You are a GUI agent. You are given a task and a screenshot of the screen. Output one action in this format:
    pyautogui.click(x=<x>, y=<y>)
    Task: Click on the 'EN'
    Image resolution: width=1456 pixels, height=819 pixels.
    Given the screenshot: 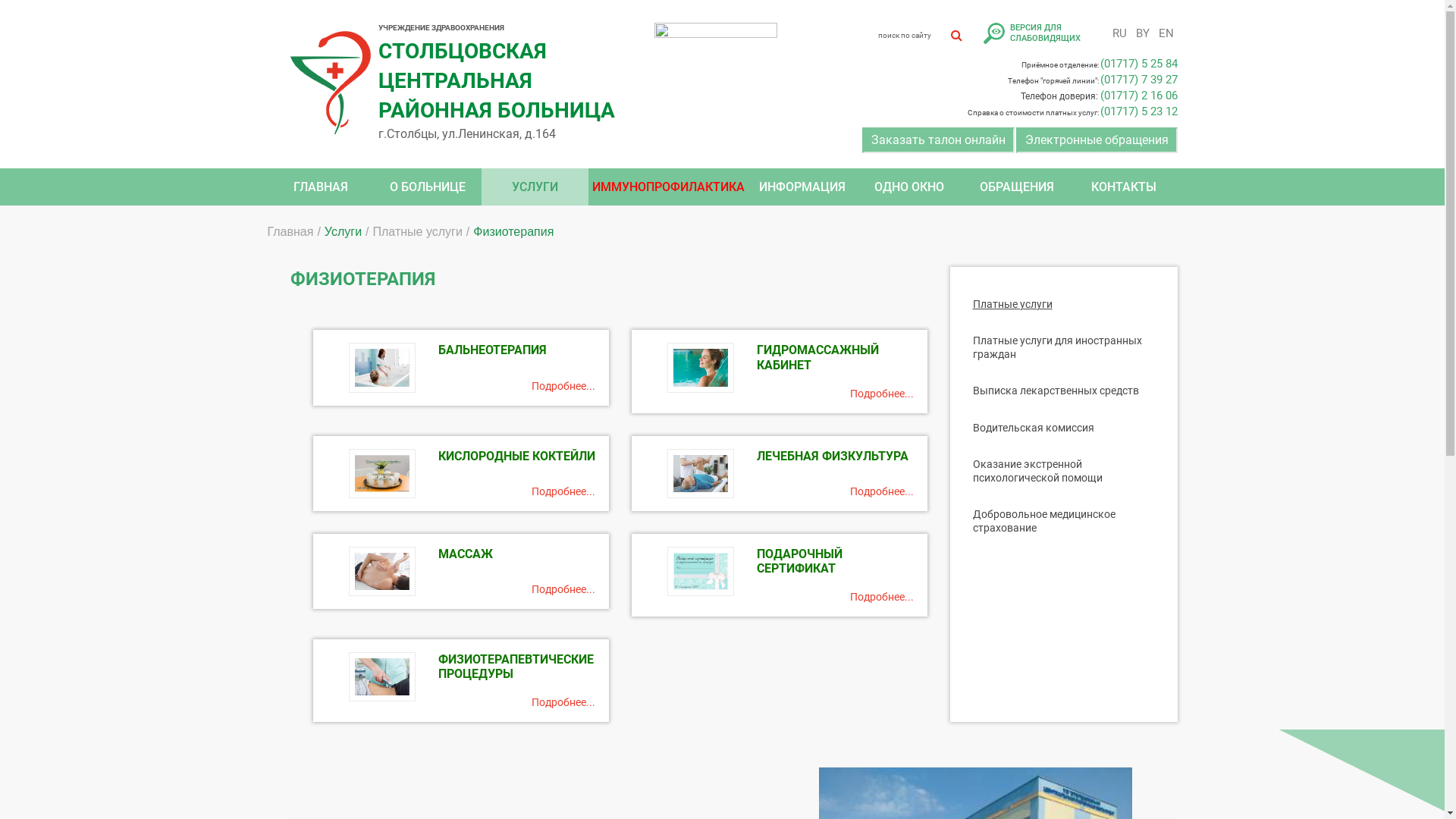 What is the action you would take?
    pyautogui.click(x=1153, y=33)
    